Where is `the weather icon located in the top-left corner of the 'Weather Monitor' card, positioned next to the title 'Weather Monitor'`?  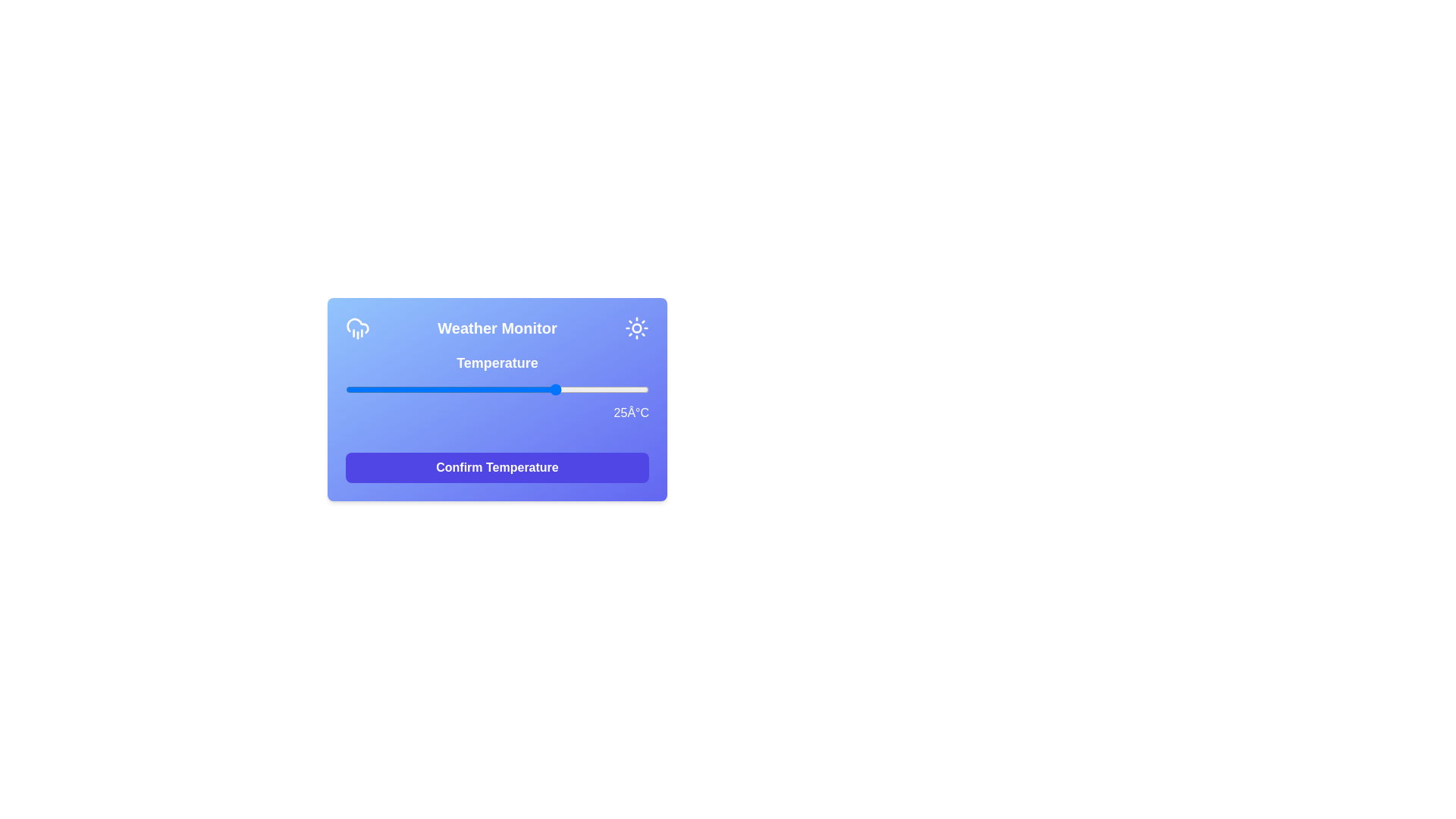
the weather icon located in the top-left corner of the 'Weather Monitor' card, positioned next to the title 'Weather Monitor' is located at coordinates (356, 327).